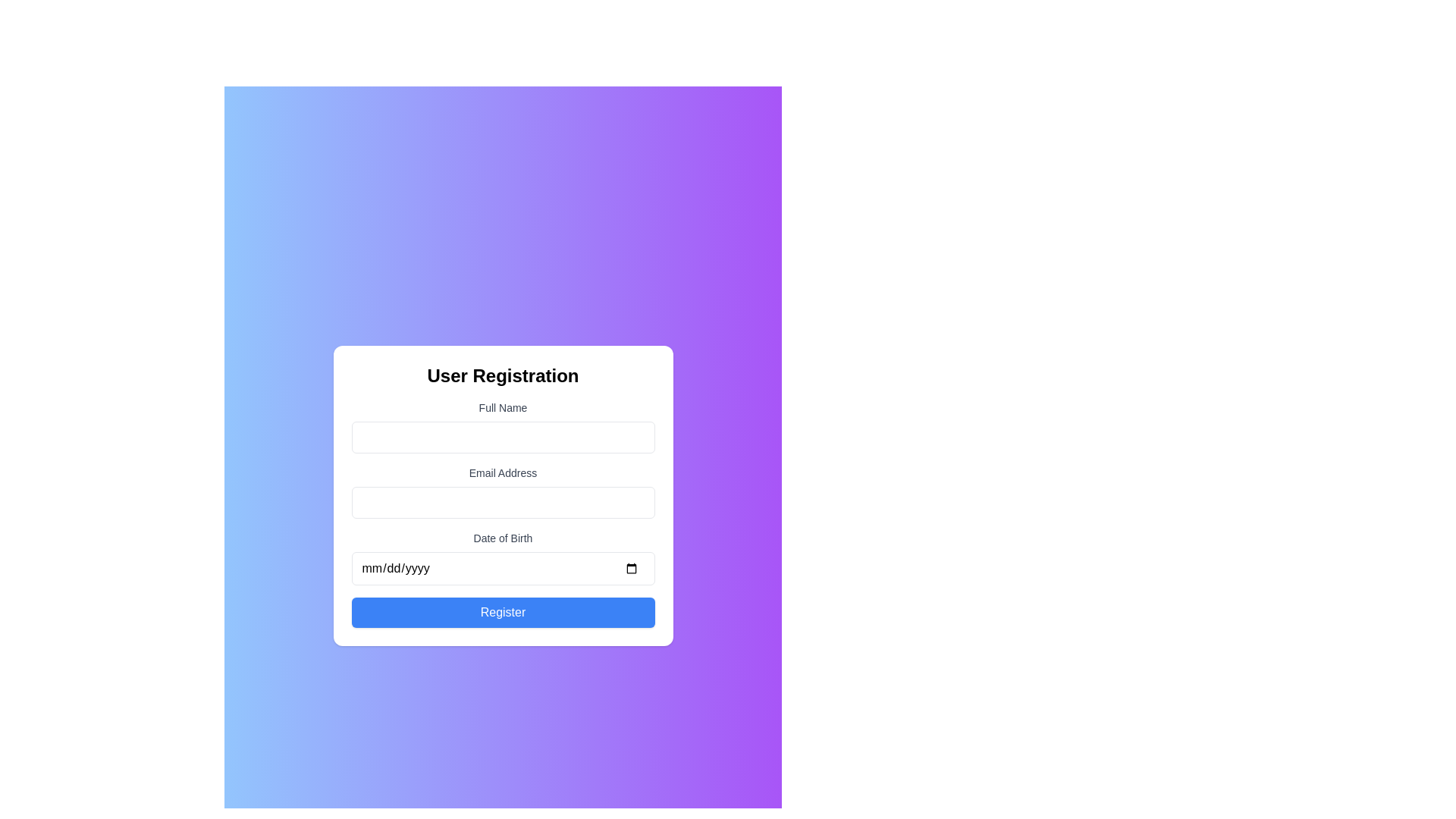 The height and width of the screenshot is (819, 1456). What do you see at coordinates (503, 496) in the screenshot?
I see `the Form card component located at the center of the page` at bounding box center [503, 496].